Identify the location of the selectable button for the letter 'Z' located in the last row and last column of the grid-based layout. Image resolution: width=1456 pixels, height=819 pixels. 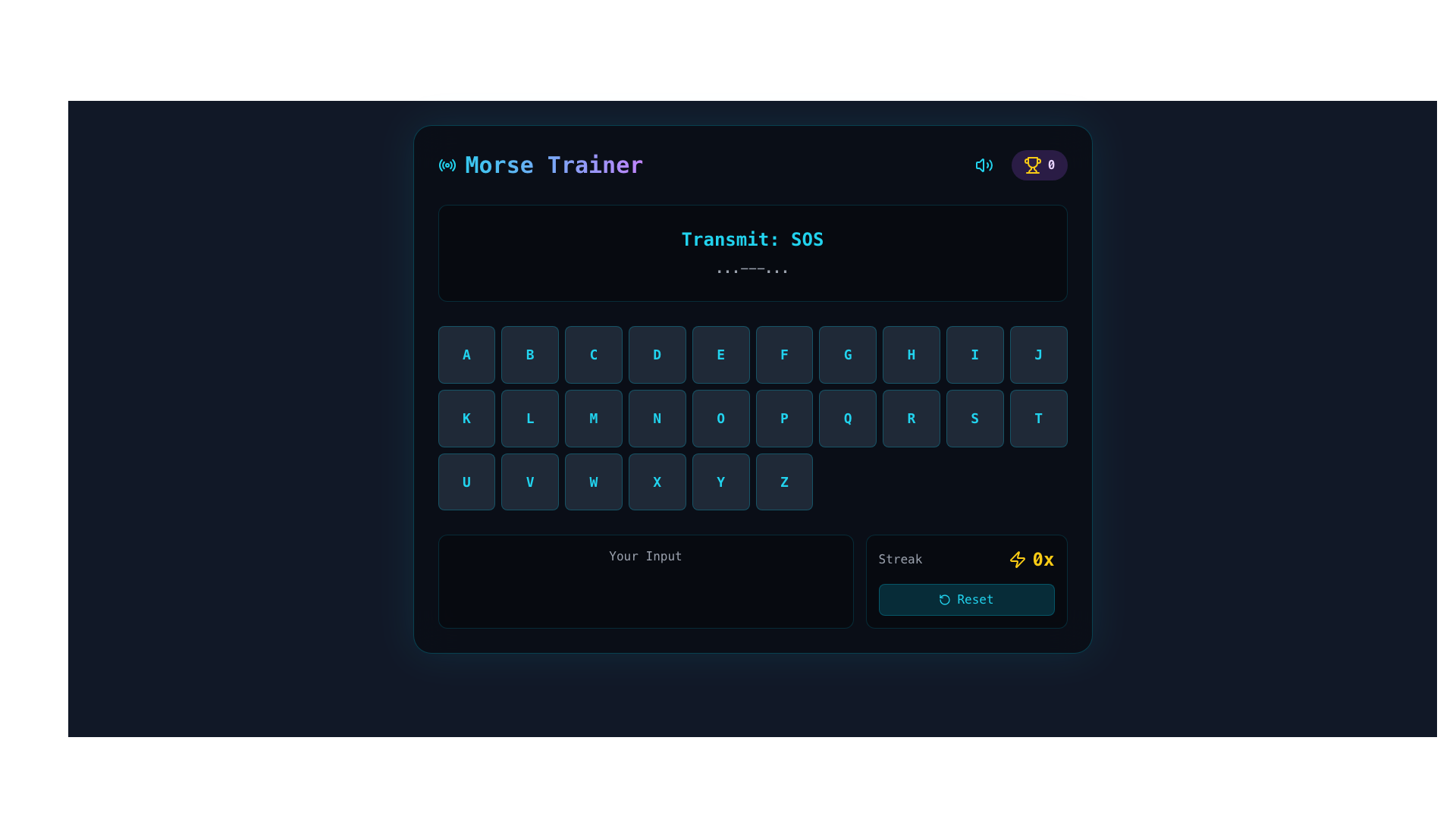
(783, 482).